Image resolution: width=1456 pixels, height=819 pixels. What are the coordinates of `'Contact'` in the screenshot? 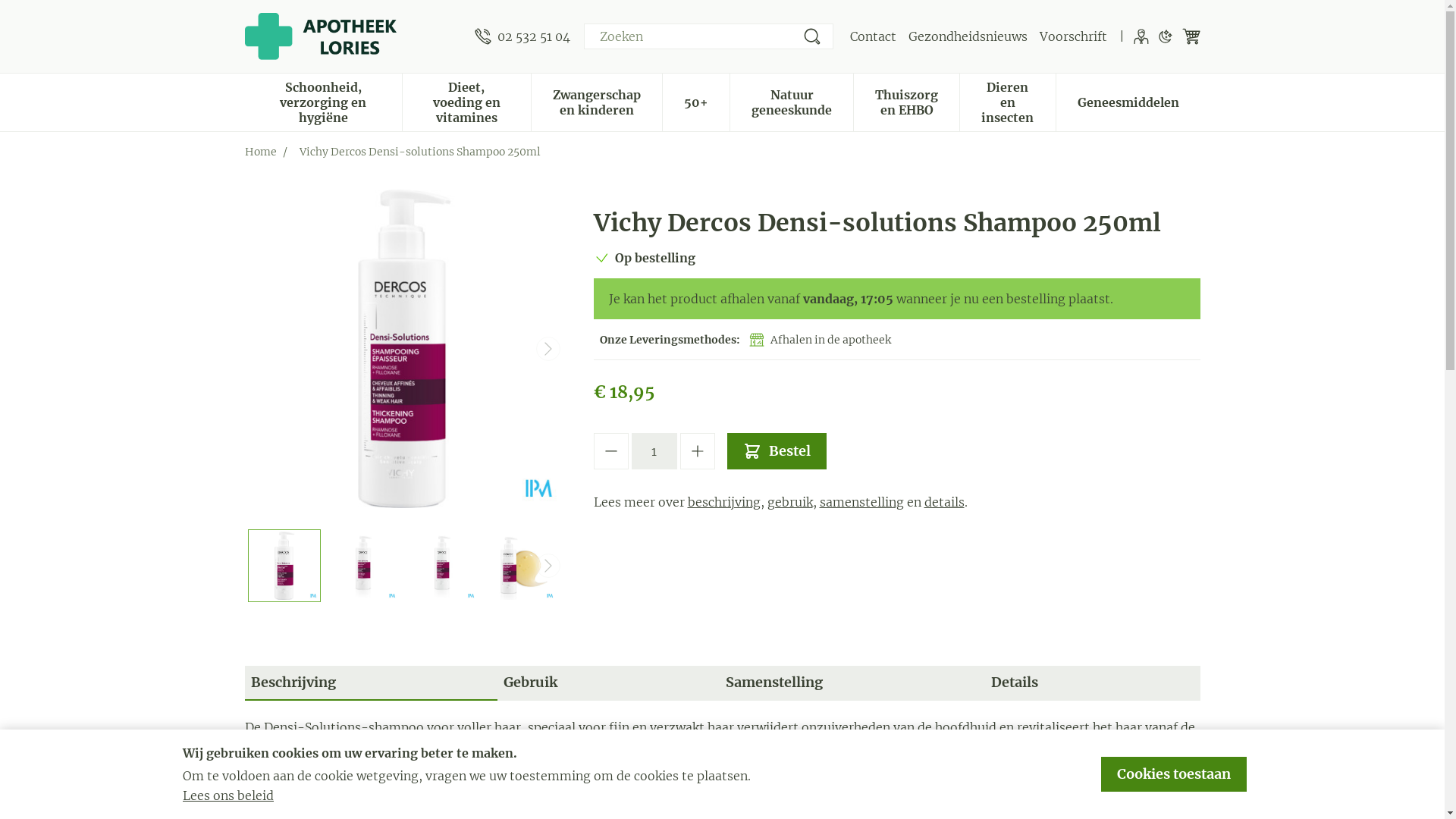 It's located at (872, 35).